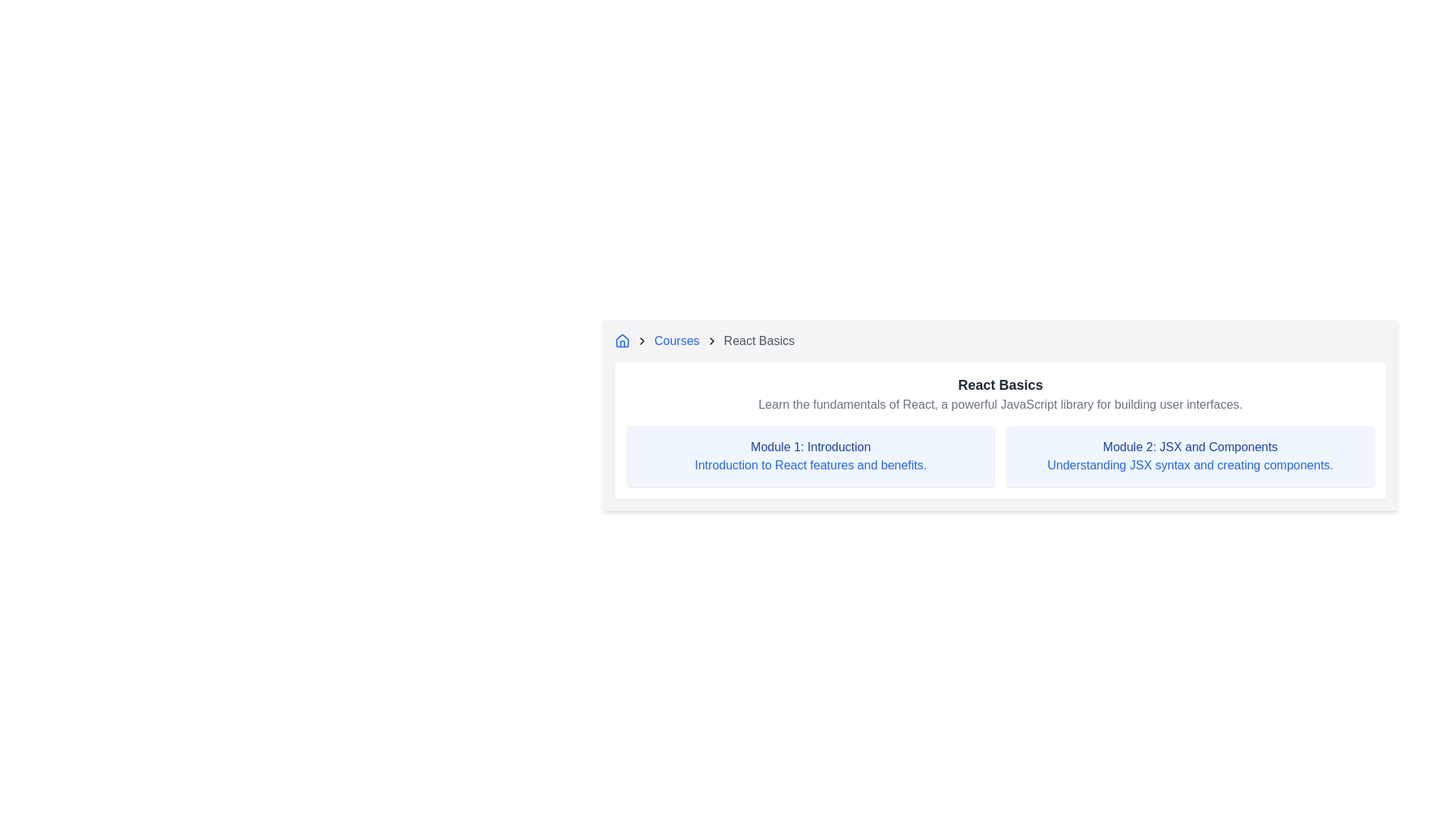  What do you see at coordinates (810, 455) in the screenshot?
I see `text from the Information Card located in the top-left quadrant of the layout, which summarizes the topic and description of a specific course module` at bounding box center [810, 455].